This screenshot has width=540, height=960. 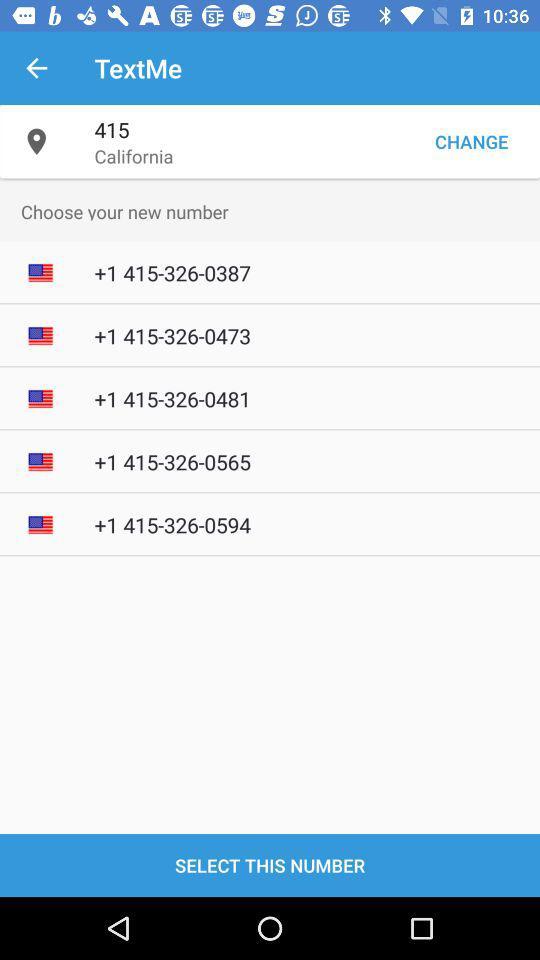 I want to click on the change, so click(x=471, y=140).